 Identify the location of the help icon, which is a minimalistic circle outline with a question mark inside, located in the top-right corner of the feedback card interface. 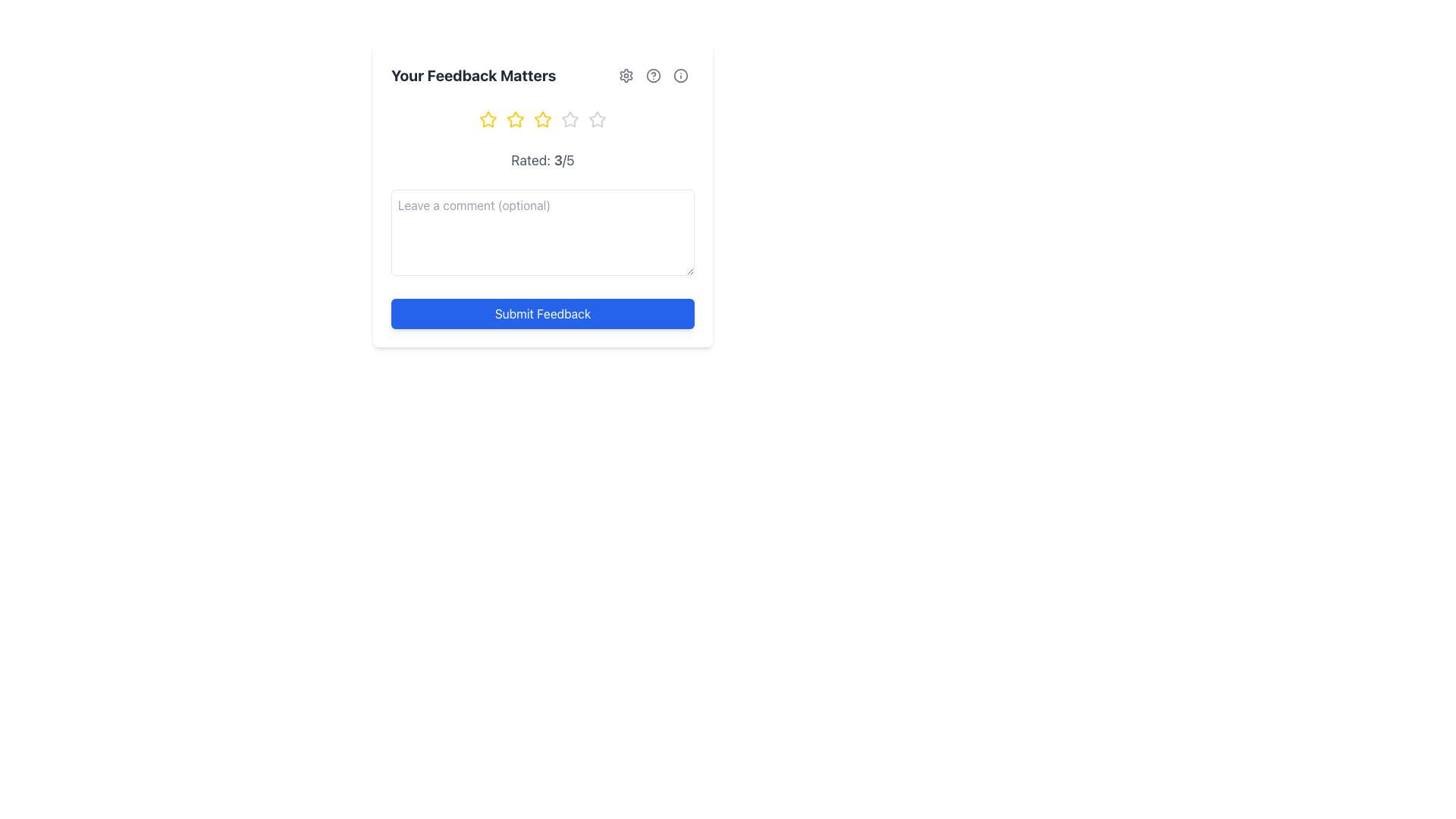
(654, 76).